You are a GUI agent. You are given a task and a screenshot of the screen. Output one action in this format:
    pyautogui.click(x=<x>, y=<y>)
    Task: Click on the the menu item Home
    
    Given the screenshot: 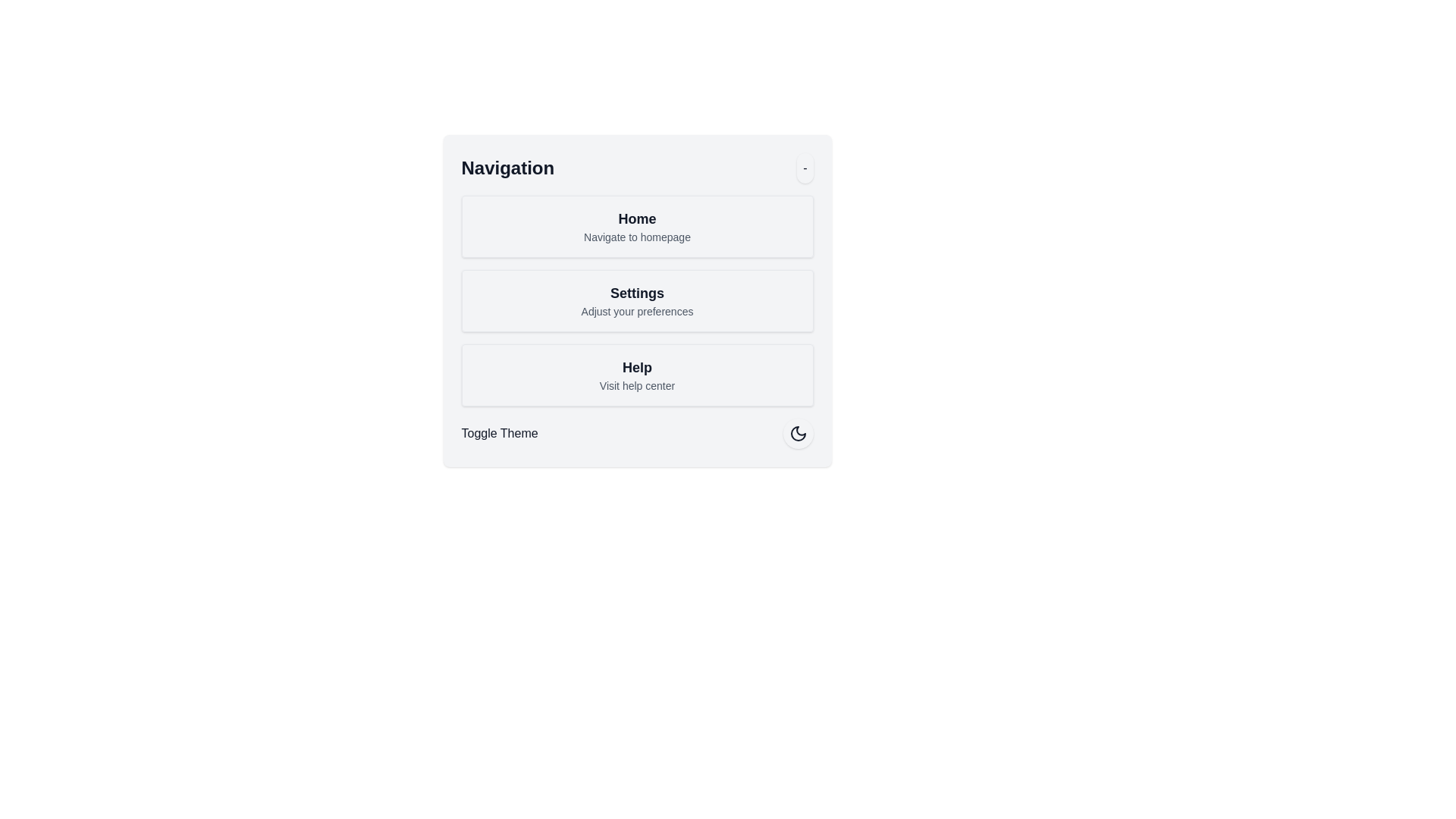 What is the action you would take?
    pyautogui.click(x=637, y=227)
    